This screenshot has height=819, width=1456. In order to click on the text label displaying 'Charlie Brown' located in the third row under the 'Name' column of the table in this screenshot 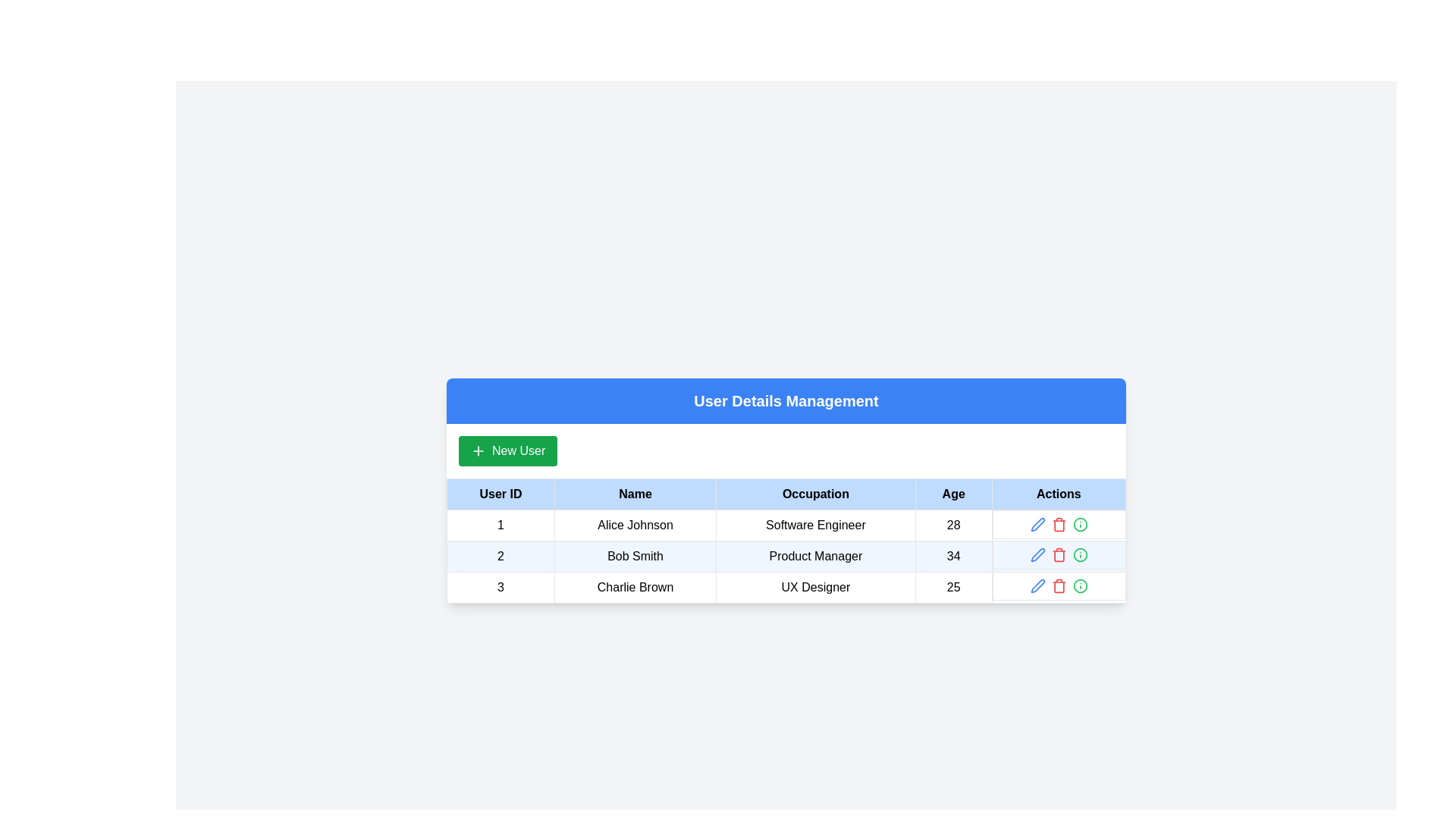, I will do `click(635, 586)`.